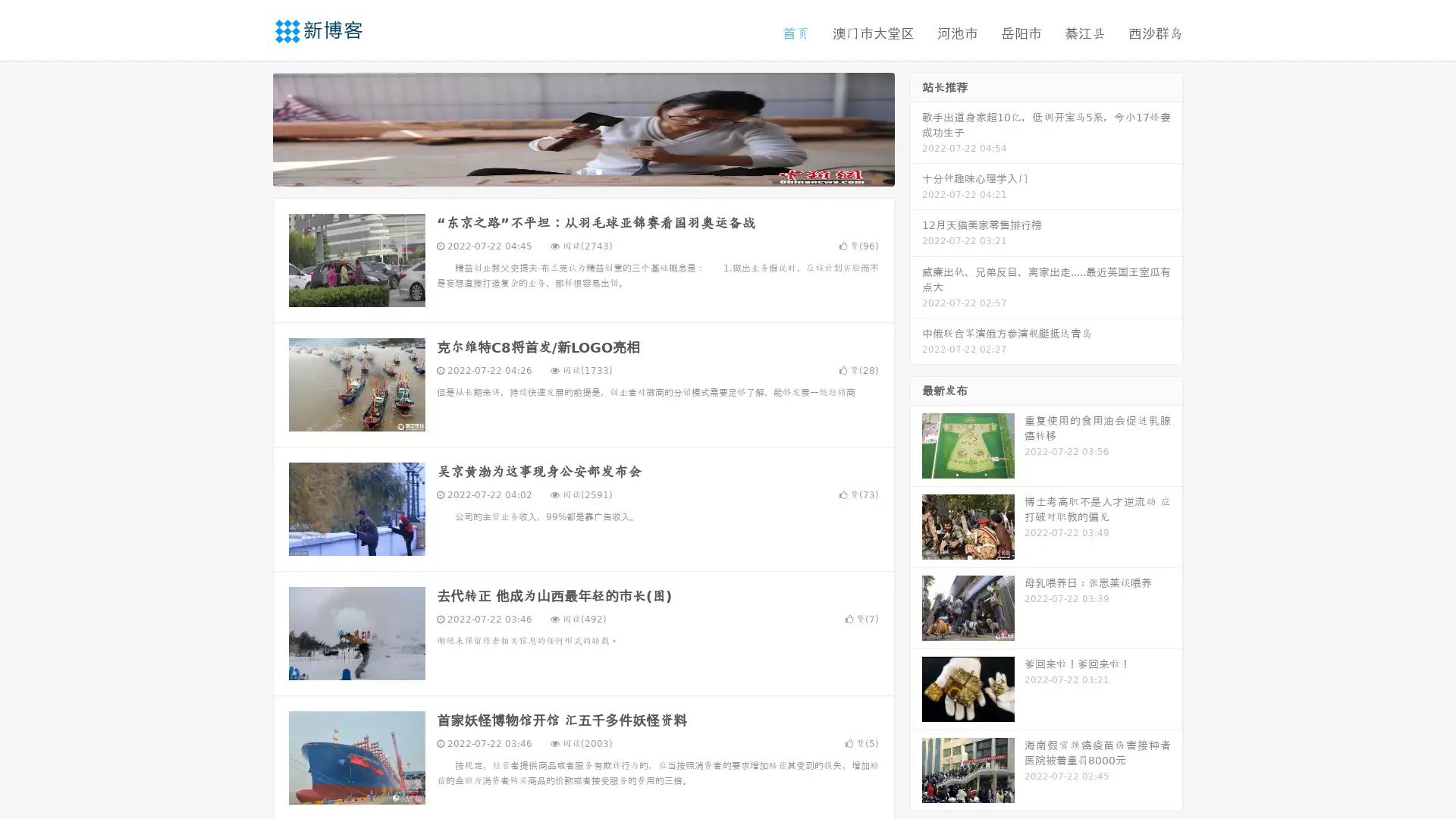 This screenshot has height=819, width=1456. Describe the element at coordinates (567, 171) in the screenshot. I see `Go to slide 1` at that location.